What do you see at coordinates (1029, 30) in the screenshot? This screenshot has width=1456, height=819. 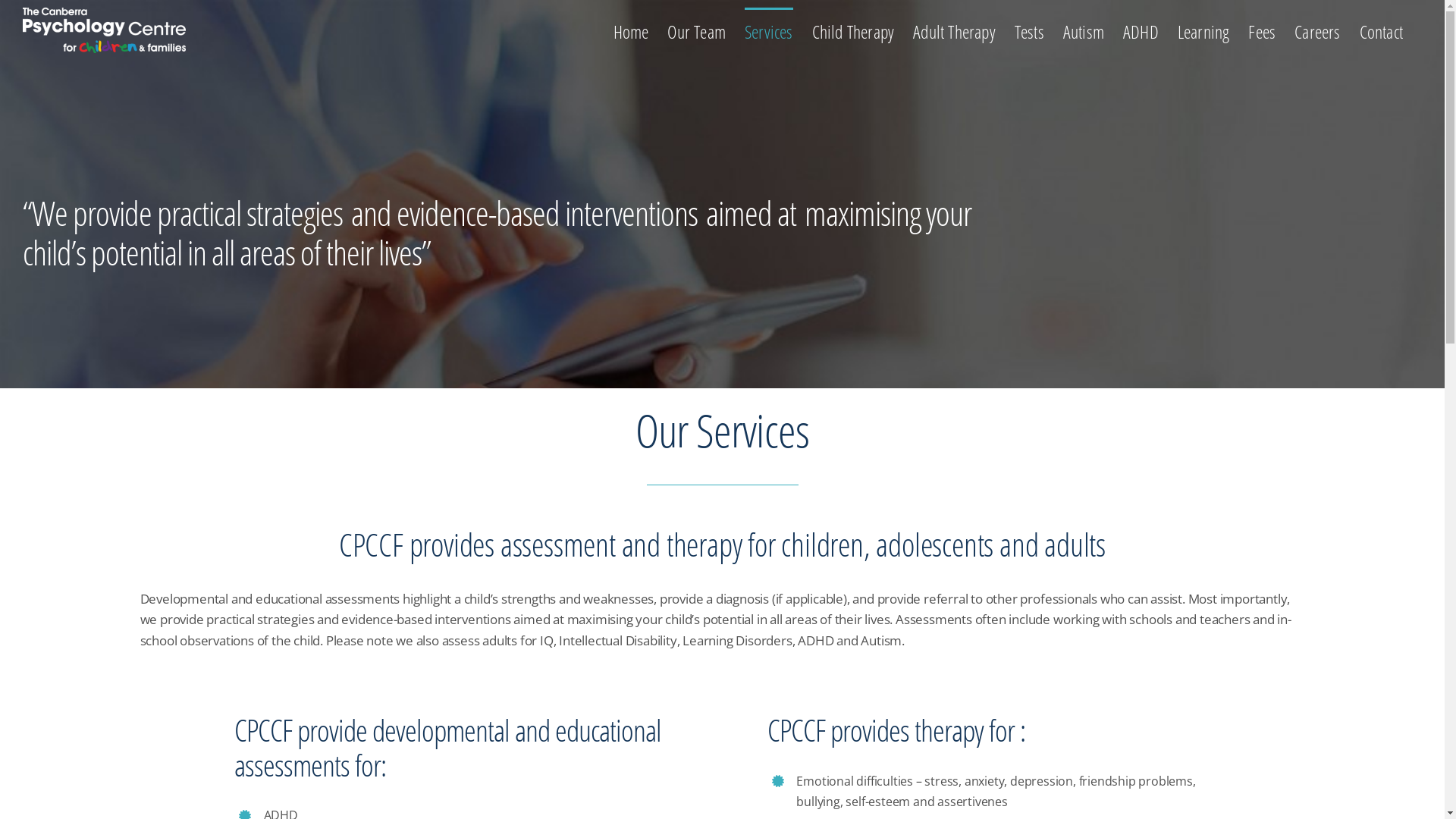 I see `'Tests'` at bounding box center [1029, 30].